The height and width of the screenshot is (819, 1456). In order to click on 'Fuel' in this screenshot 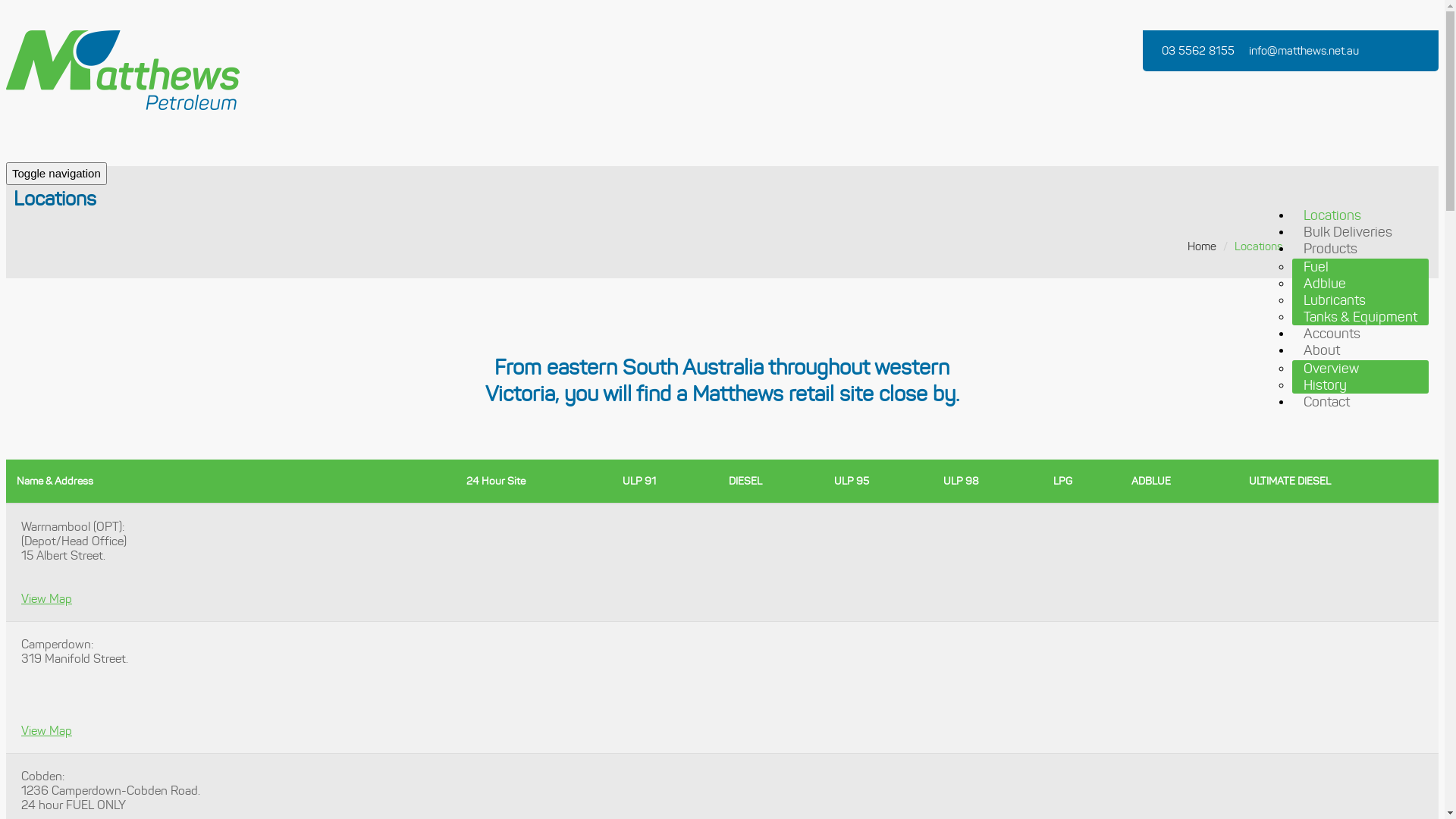, I will do `click(1315, 265)`.